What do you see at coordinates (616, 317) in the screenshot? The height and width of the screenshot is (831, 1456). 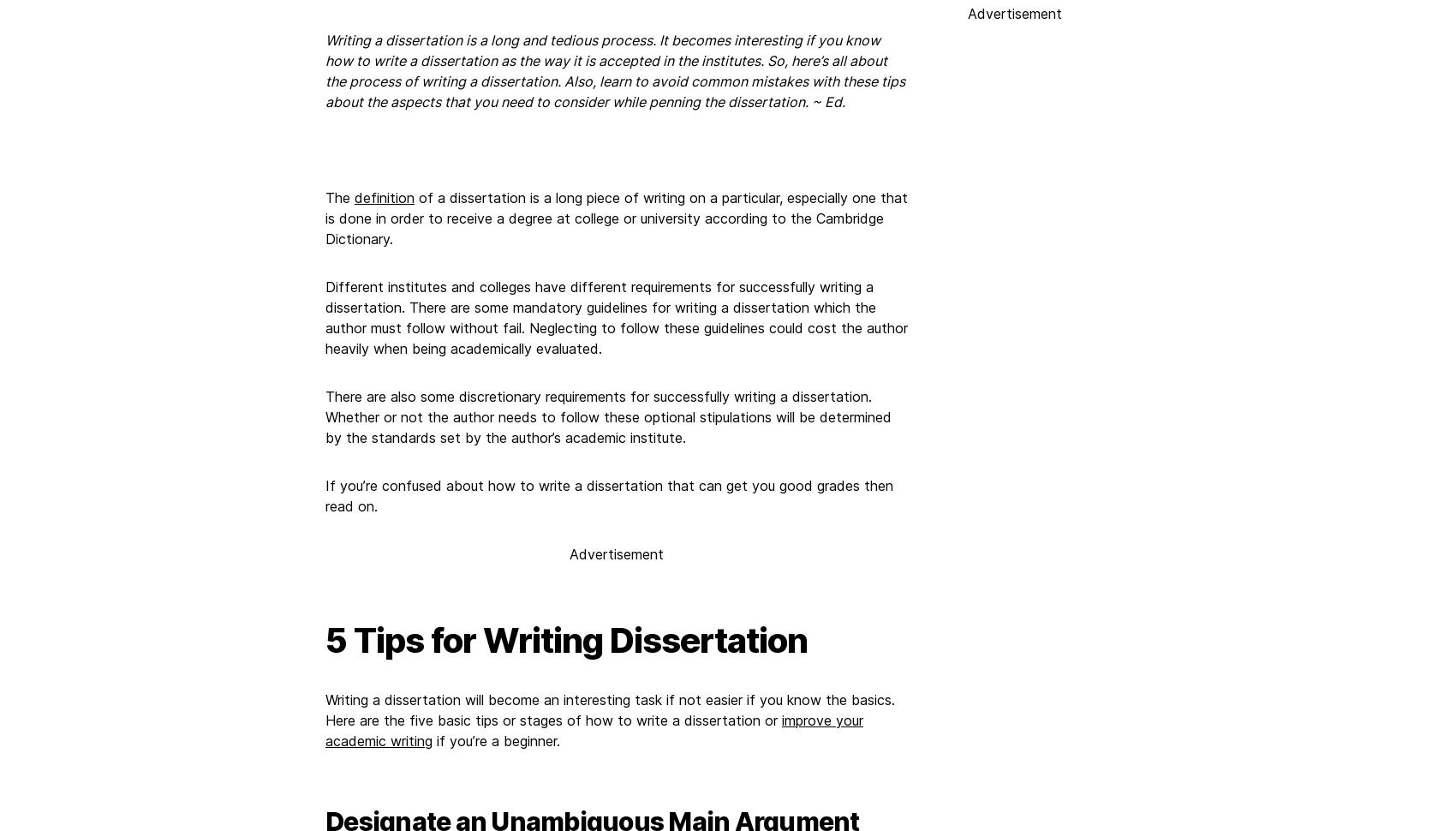 I see `'Different institutes and colleges have different requirements for successfully writing a dissertation. There are some mandatory guidelines for writing a dissertation which the author must follow without fail. Neglecting to follow these guidelines could cost the author heavily when being academically evaluated.'` at bounding box center [616, 317].